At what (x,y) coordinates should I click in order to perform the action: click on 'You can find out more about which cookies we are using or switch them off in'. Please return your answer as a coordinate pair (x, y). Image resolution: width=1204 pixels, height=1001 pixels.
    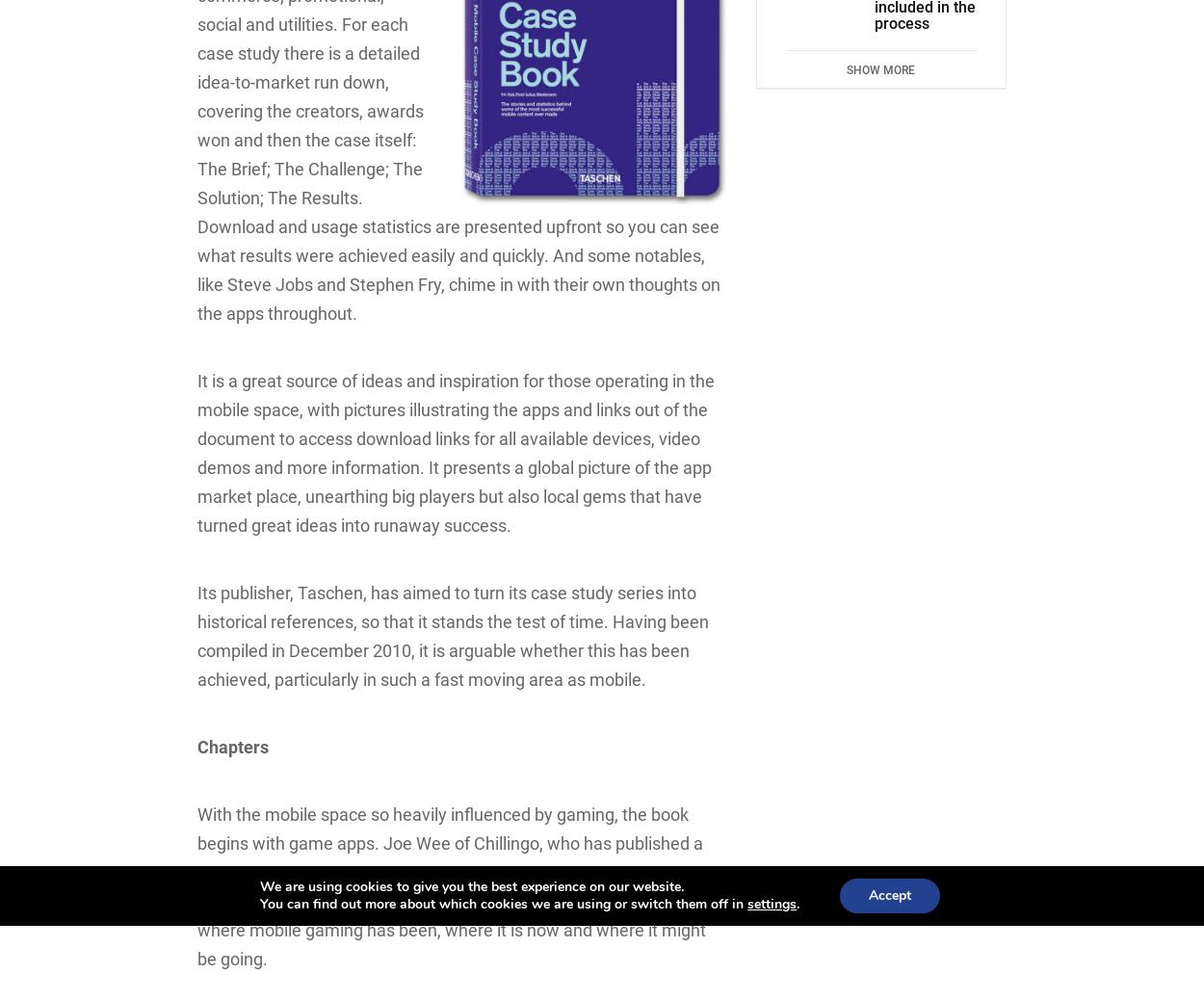
    Looking at the image, I should click on (260, 904).